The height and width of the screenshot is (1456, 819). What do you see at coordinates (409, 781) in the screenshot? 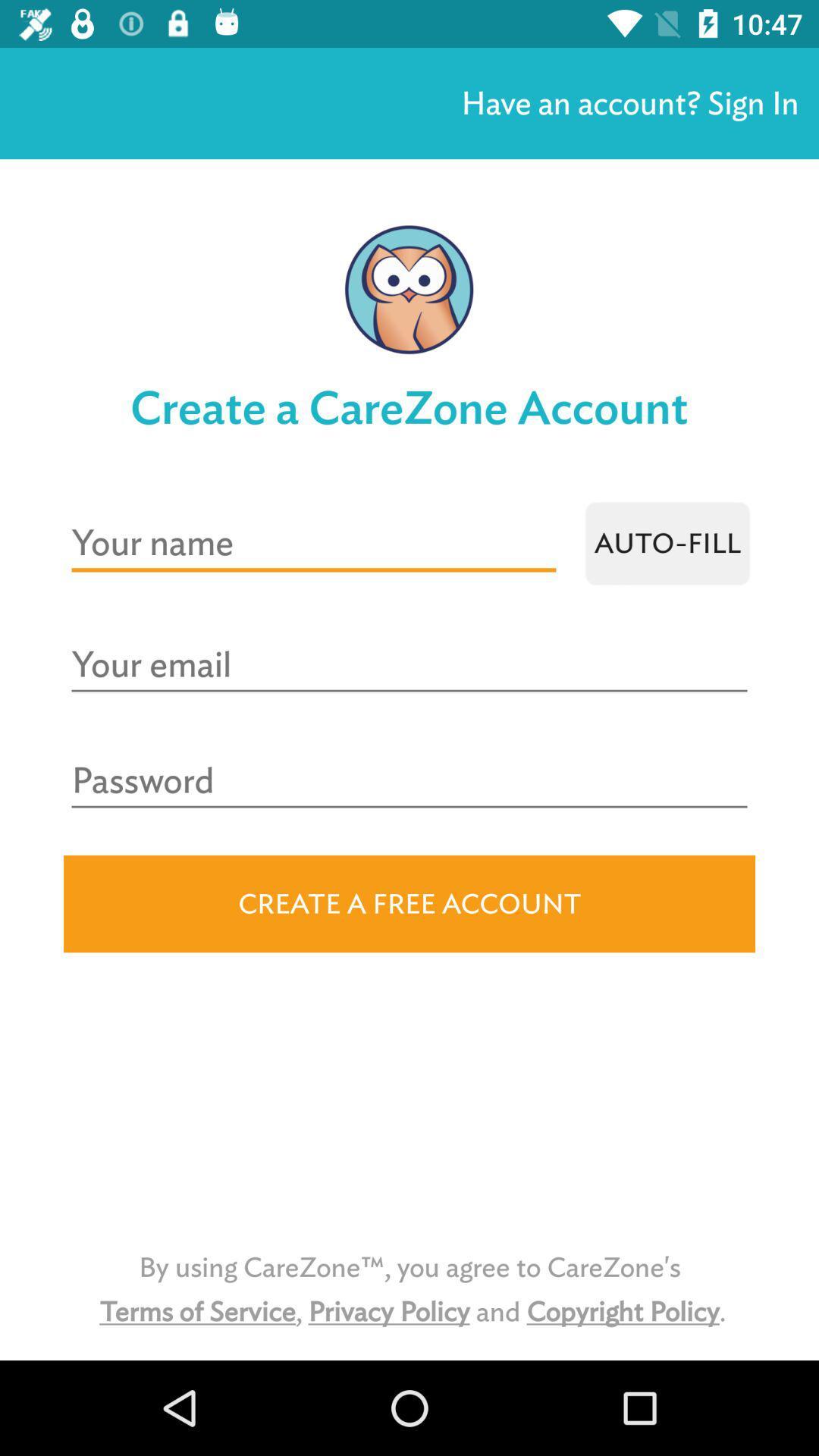
I see `password` at bounding box center [409, 781].